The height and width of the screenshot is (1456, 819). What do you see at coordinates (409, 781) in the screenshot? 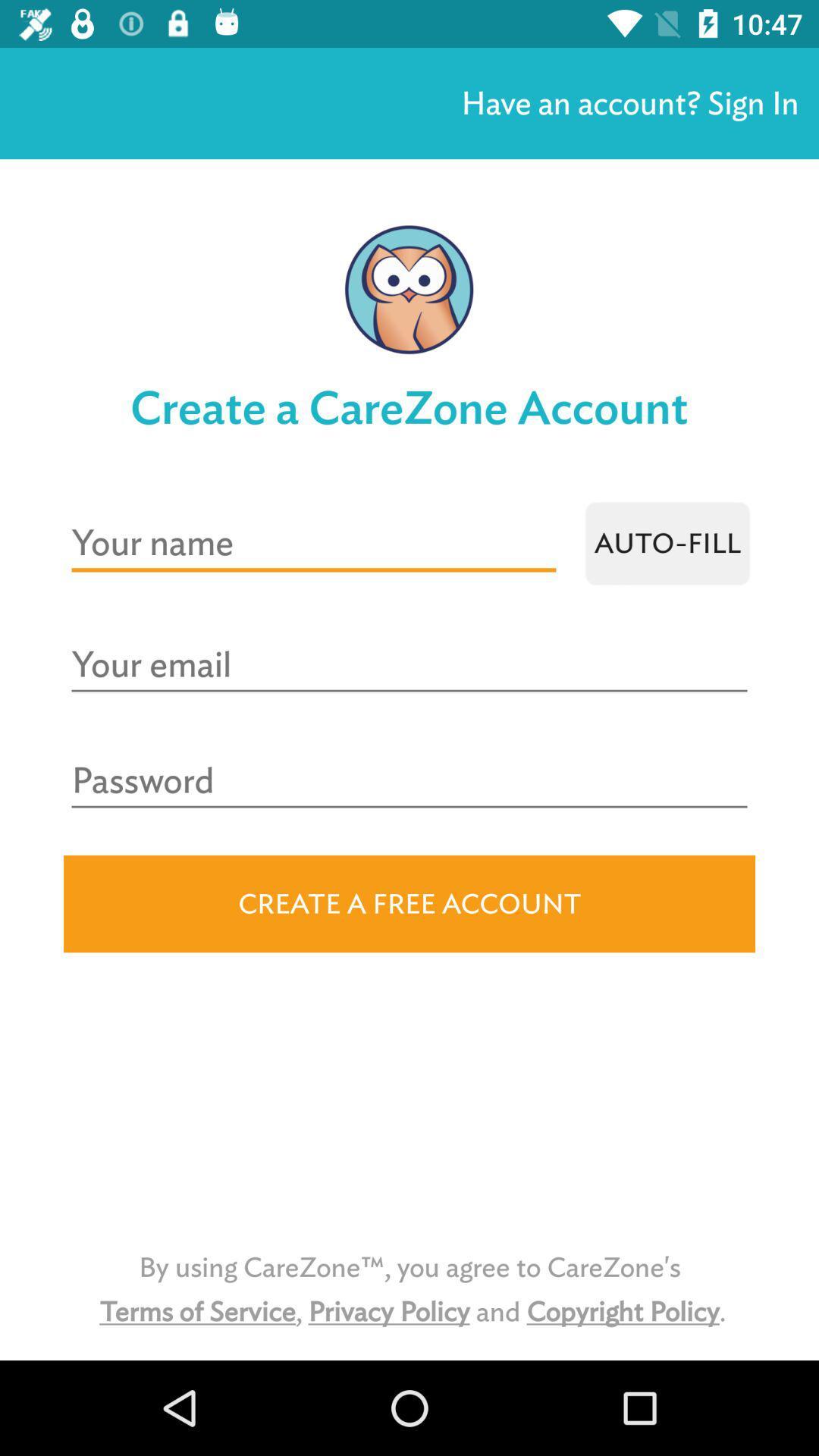
I see `password` at bounding box center [409, 781].